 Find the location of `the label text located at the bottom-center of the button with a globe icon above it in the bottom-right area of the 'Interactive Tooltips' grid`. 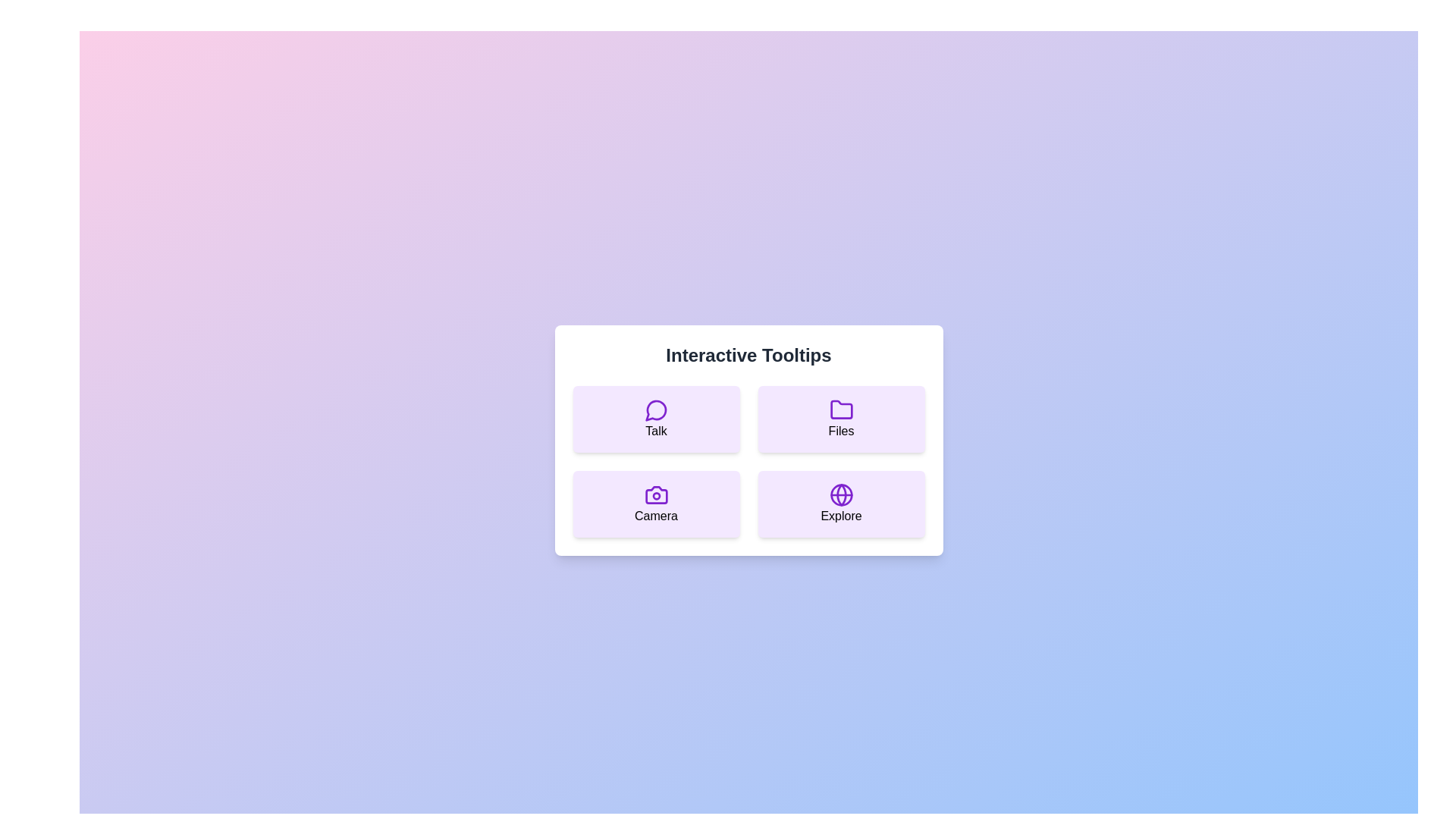

the label text located at the bottom-center of the button with a globe icon above it in the bottom-right area of the 'Interactive Tooltips' grid is located at coordinates (840, 516).